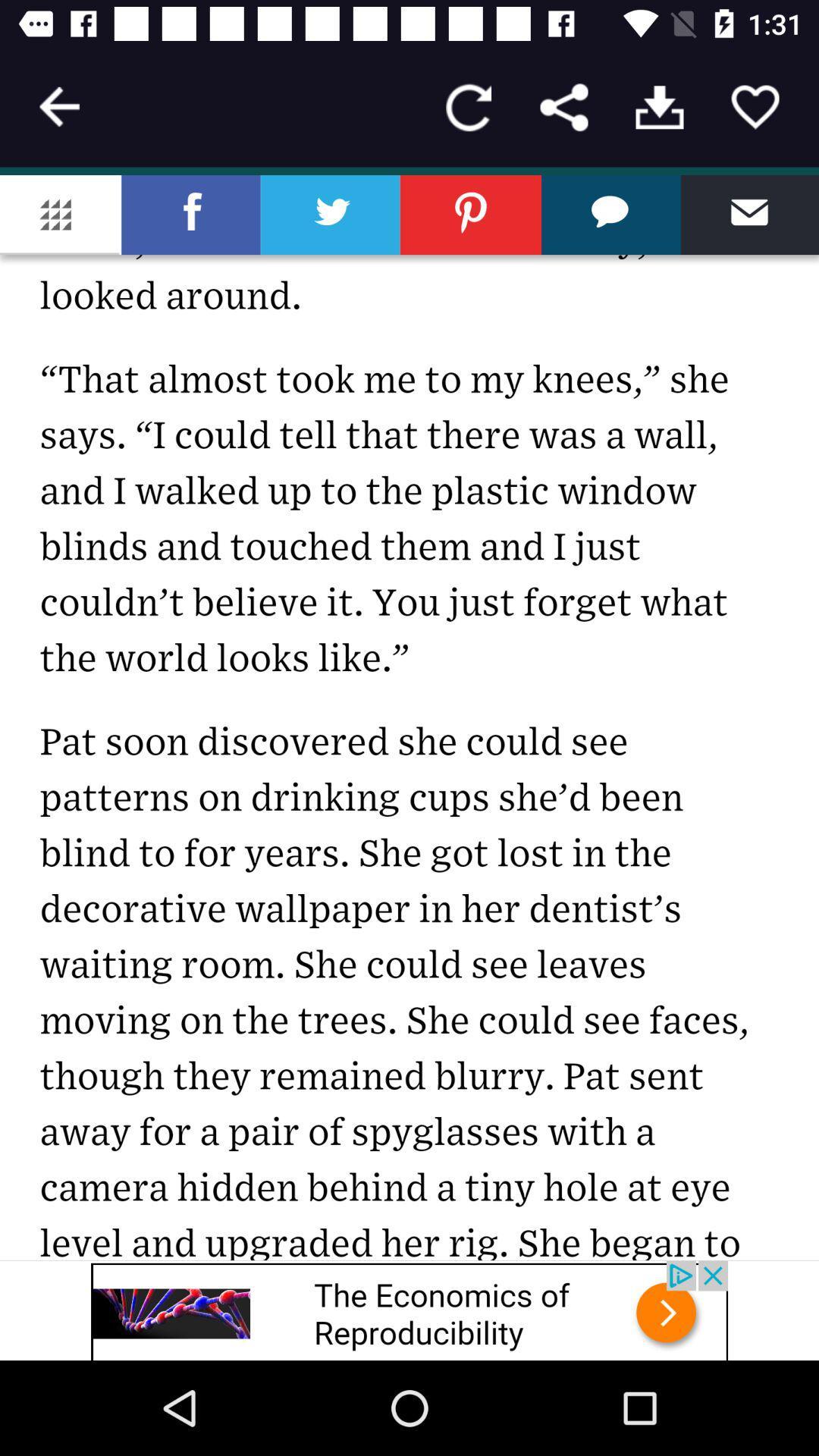 This screenshot has width=819, height=1456. I want to click on download the article, so click(659, 106).